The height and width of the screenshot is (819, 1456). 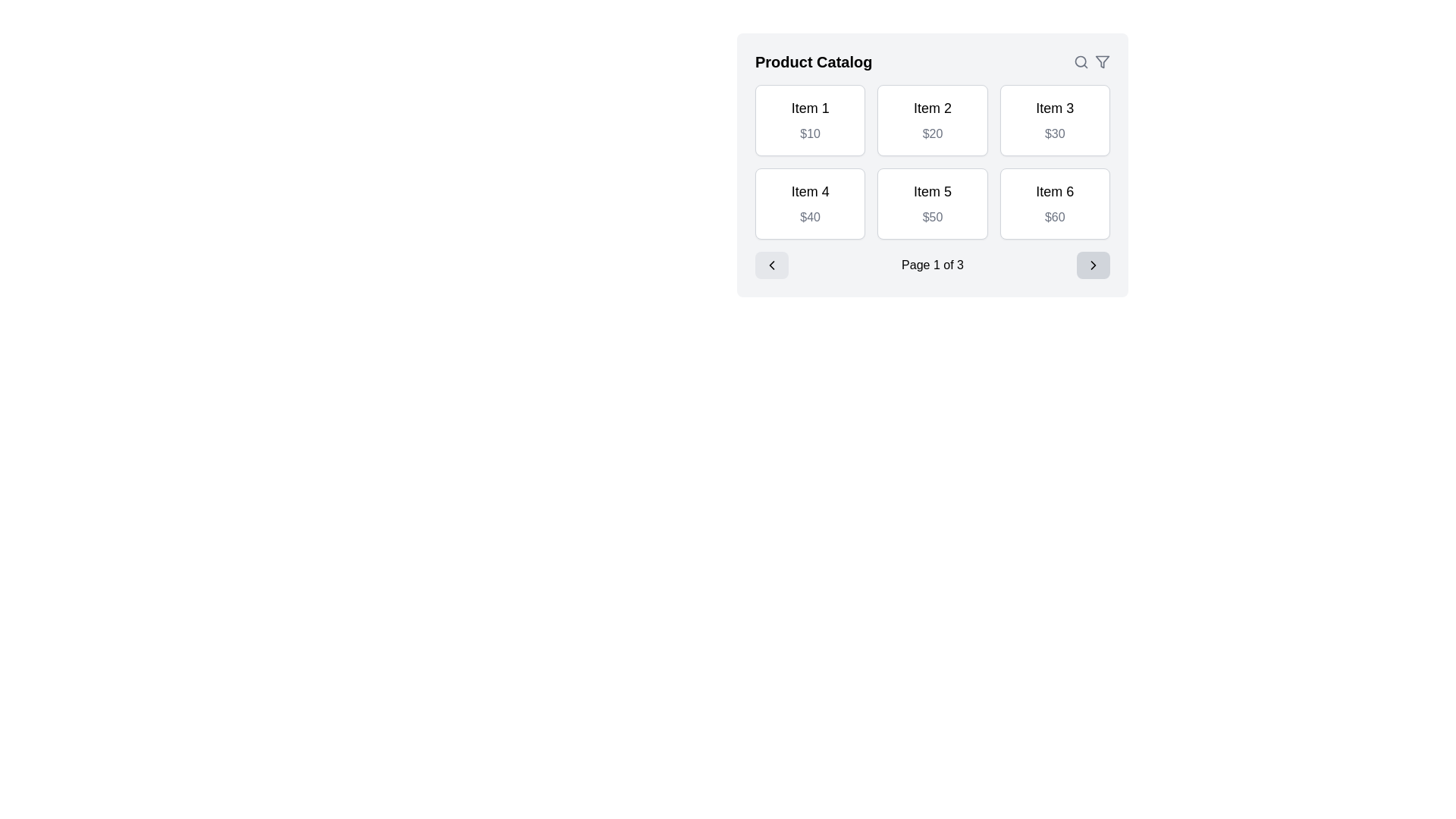 What do you see at coordinates (931, 191) in the screenshot?
I see `the text label in the second row and second column of the 'Product Catalog' section that is situated above the '$50' text` at bounding box center [931, 191].